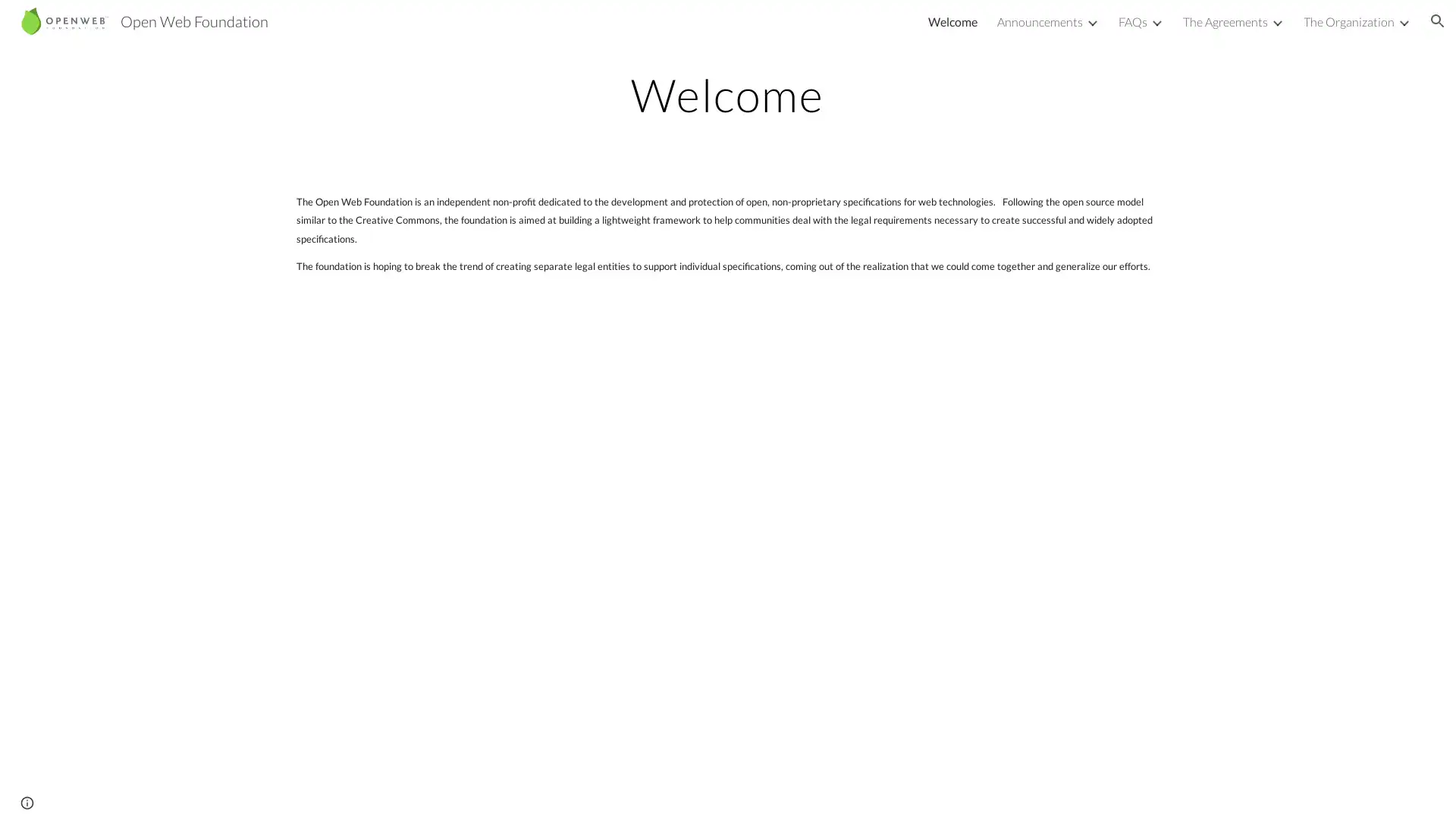  I want to click on Skip to navigation, so click(864, 28).